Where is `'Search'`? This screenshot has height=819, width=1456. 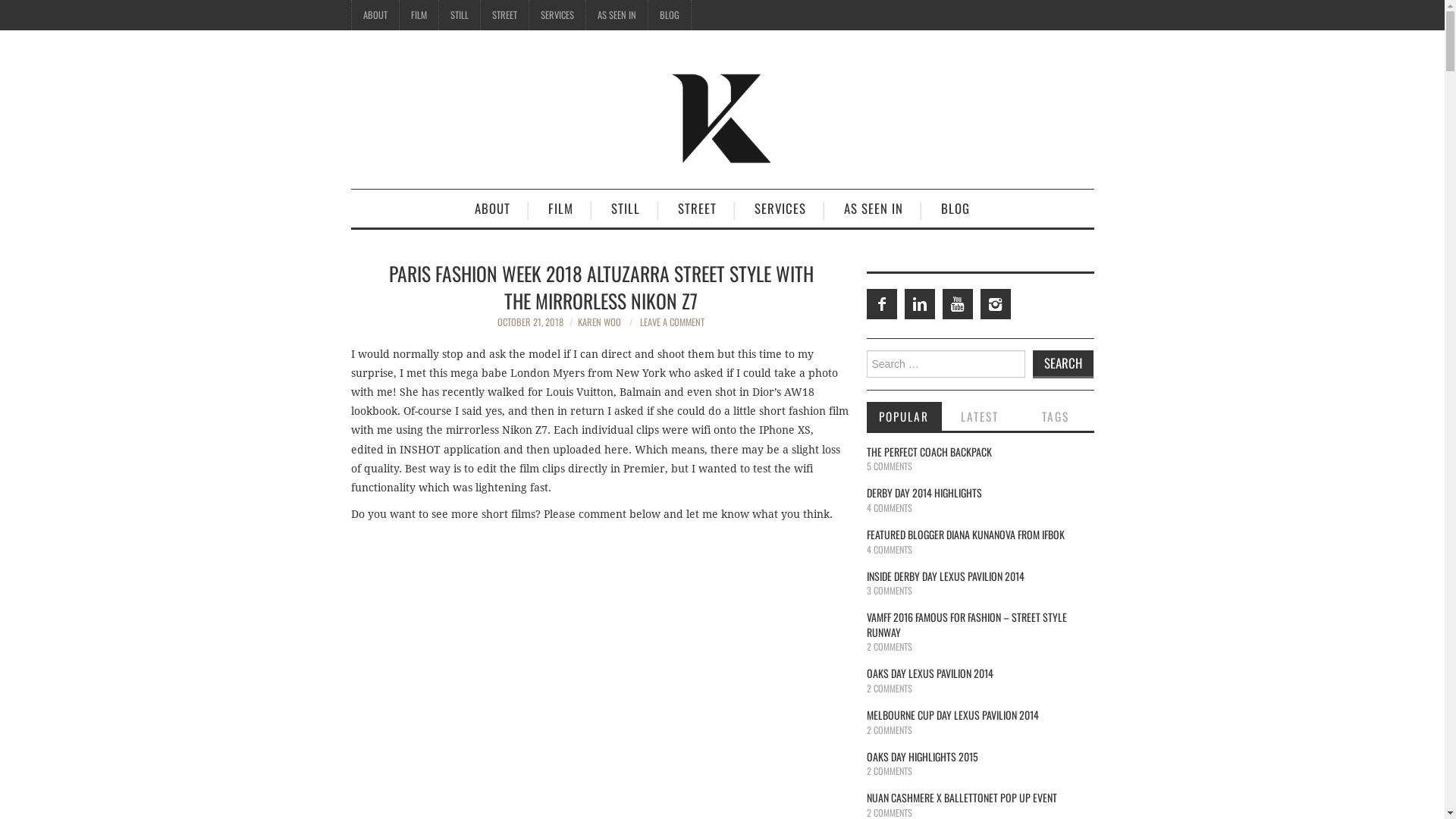
'Search' is located at coordinates (1062, 364).